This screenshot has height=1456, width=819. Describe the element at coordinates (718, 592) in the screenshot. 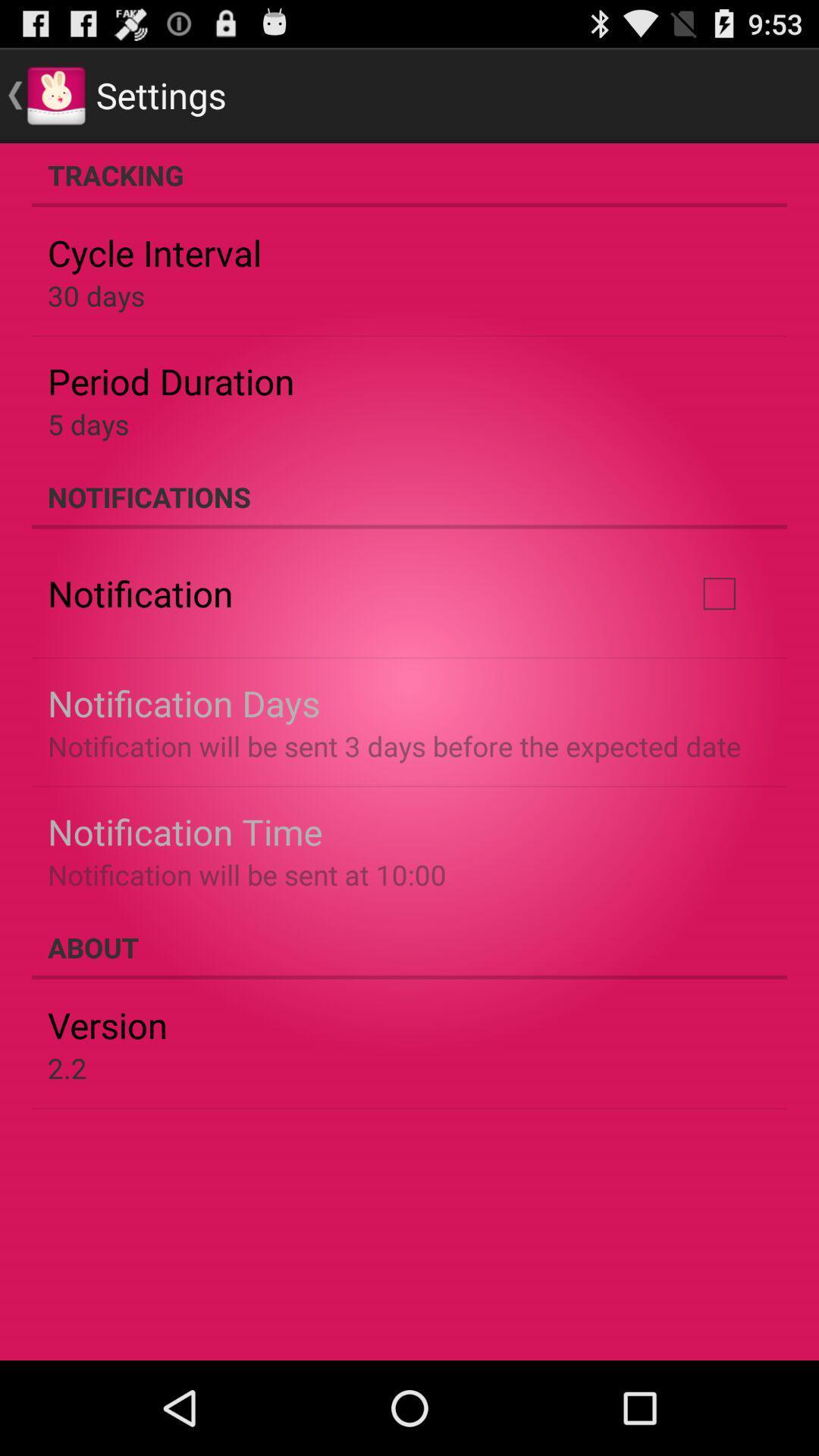

I see `the icon next to the notification item` at that location.